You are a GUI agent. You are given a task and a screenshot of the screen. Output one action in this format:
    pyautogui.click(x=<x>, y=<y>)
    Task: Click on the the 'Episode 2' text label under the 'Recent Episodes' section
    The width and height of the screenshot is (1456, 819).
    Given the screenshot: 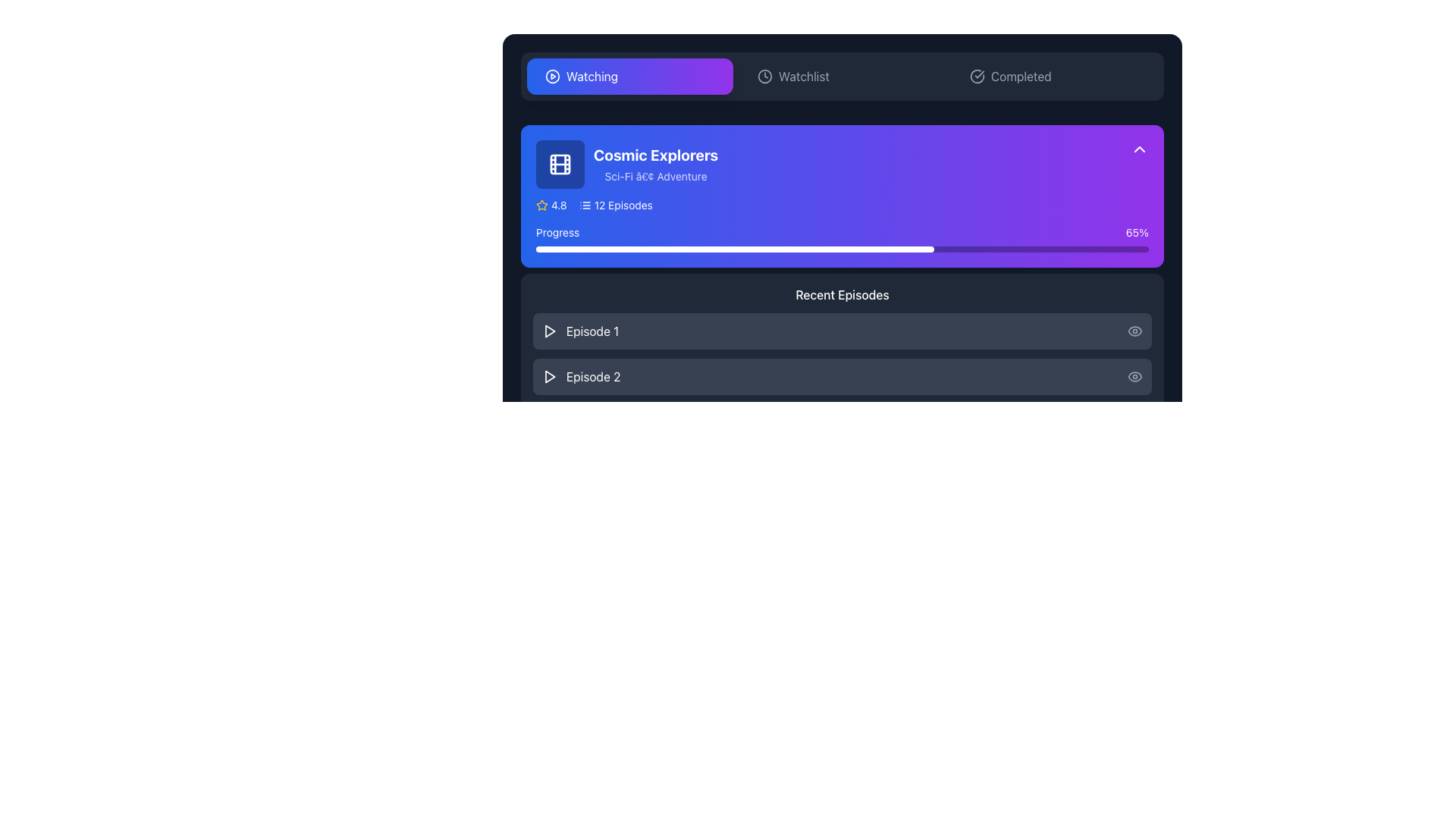 What is the action you would take?
    pyautogui.click(x=580, y=376)
    